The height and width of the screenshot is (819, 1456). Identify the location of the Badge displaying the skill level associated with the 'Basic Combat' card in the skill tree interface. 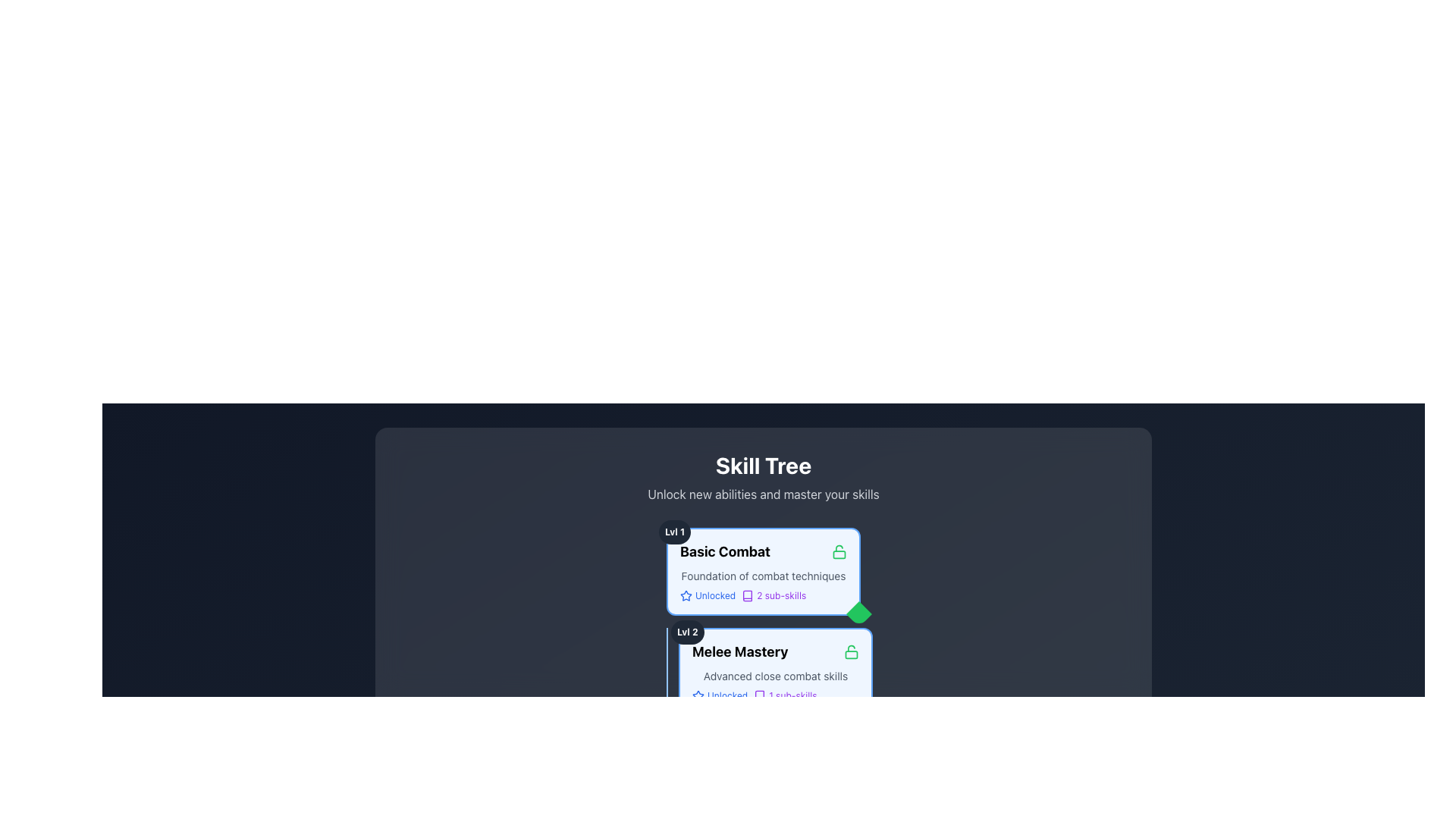
(674, 532).